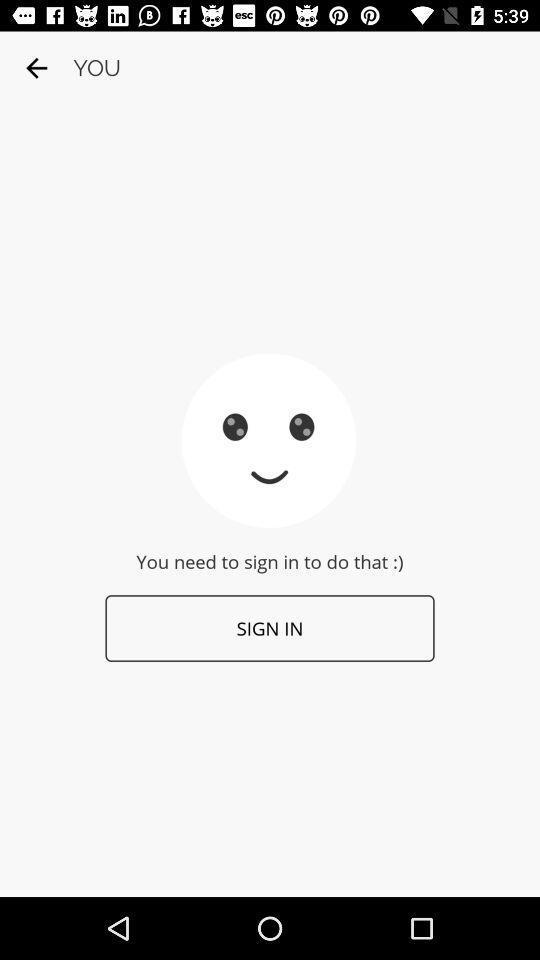 This screenshot has width=540, height=960. What do you see at coordinates (36, 68) in the screenshot?
I see `the icon to the left of you item` at bounding box center [36, 68].